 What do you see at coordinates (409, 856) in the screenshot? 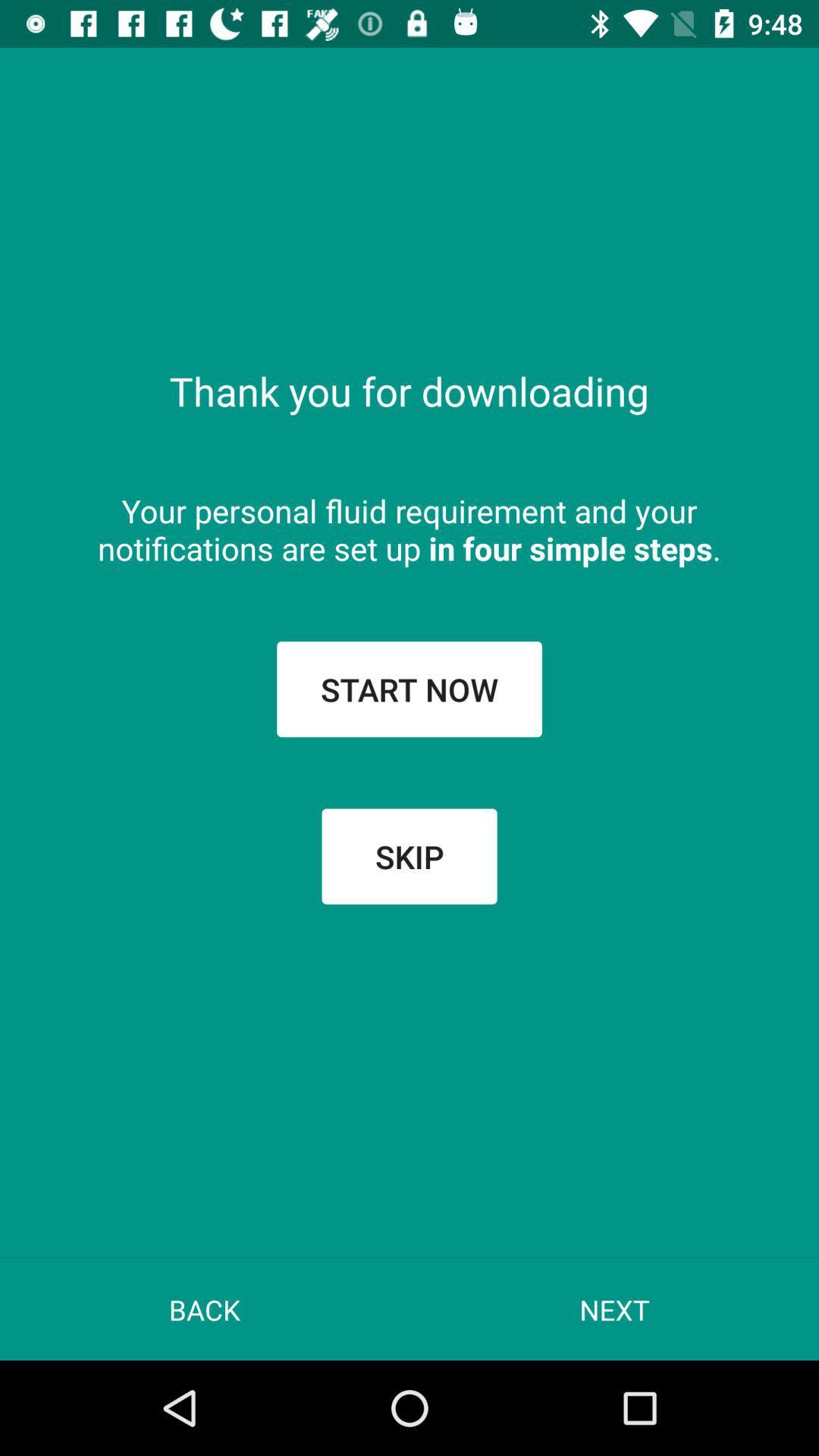
I see `the skip button` at bounding box center [409, 856].